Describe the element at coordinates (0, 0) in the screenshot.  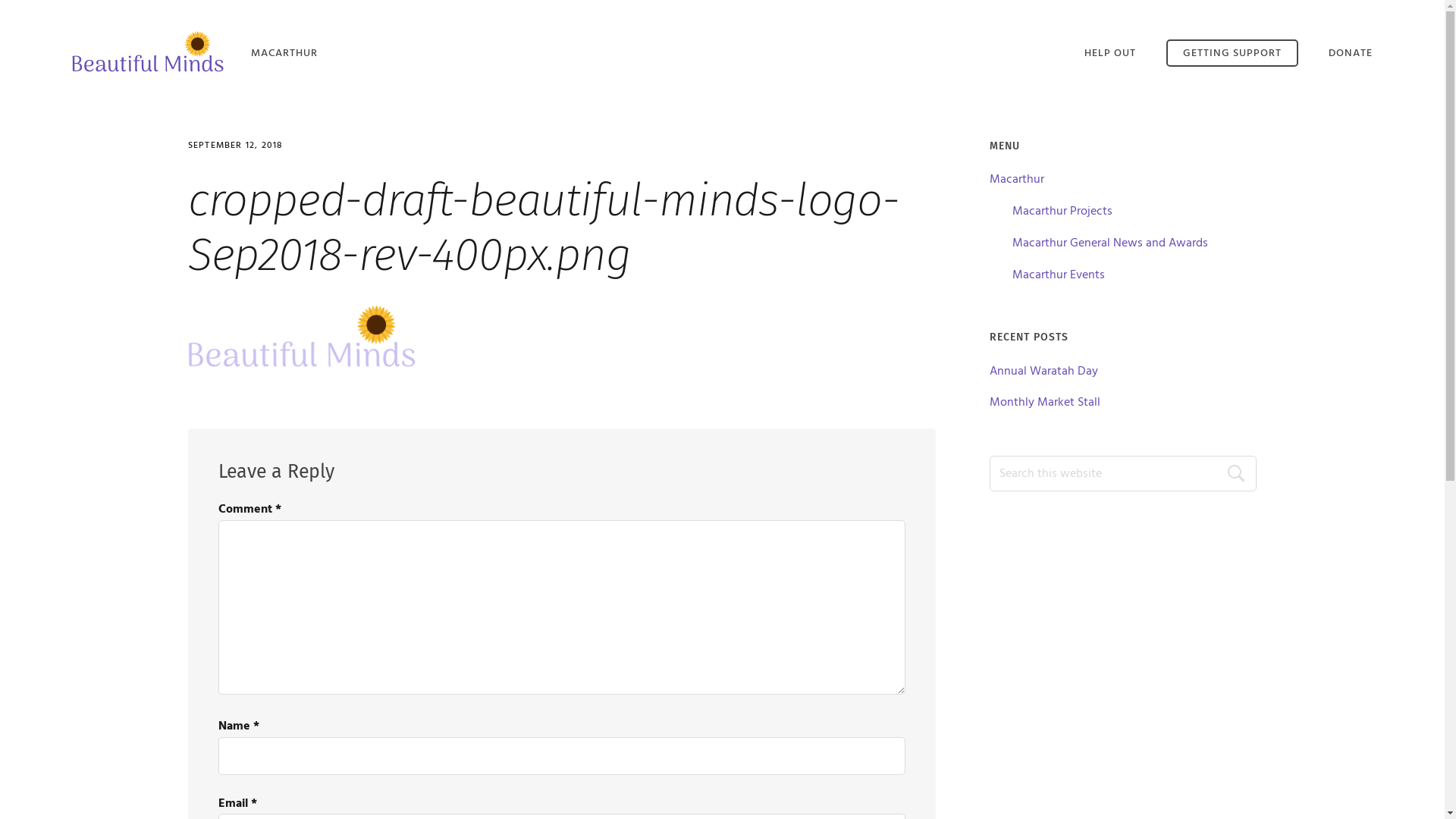
I see `'Skip to primary navigation'` at that location.